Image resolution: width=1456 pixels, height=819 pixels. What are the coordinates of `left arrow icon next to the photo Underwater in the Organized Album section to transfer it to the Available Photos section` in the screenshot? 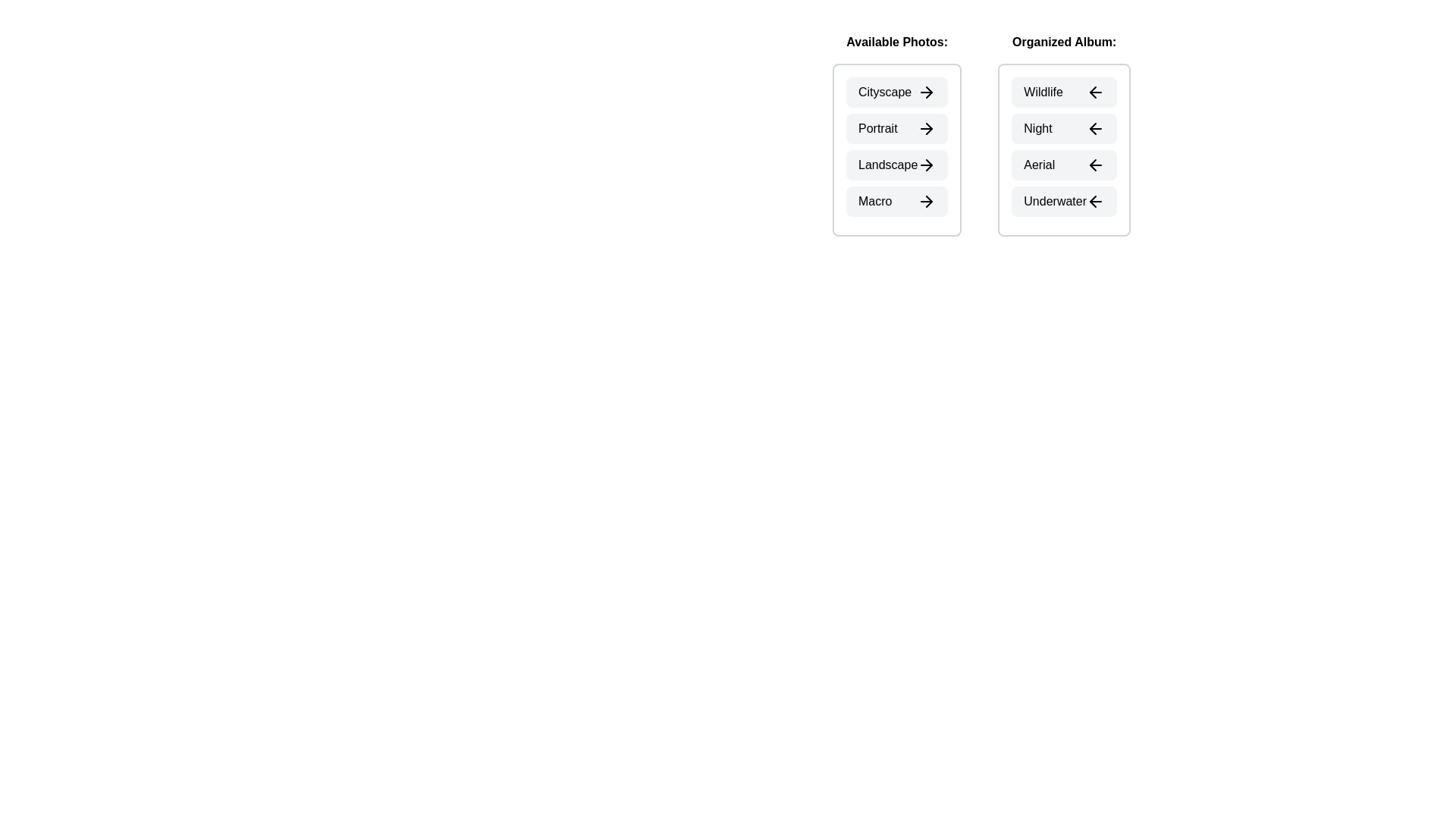 It's located at (1095, 201).